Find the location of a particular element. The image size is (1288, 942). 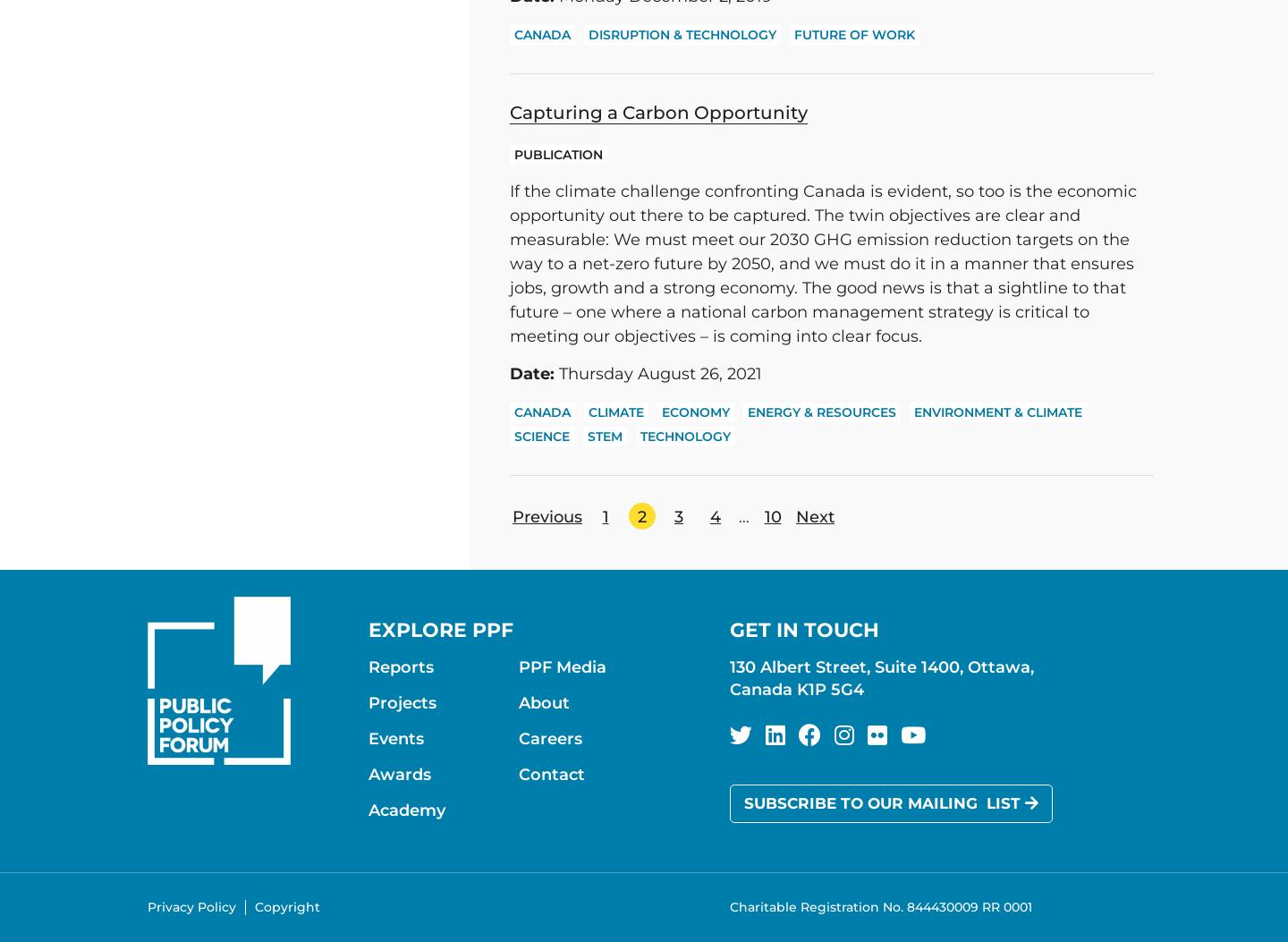

'Thursday August 26, 2021' is located at coordinates (657, 374).